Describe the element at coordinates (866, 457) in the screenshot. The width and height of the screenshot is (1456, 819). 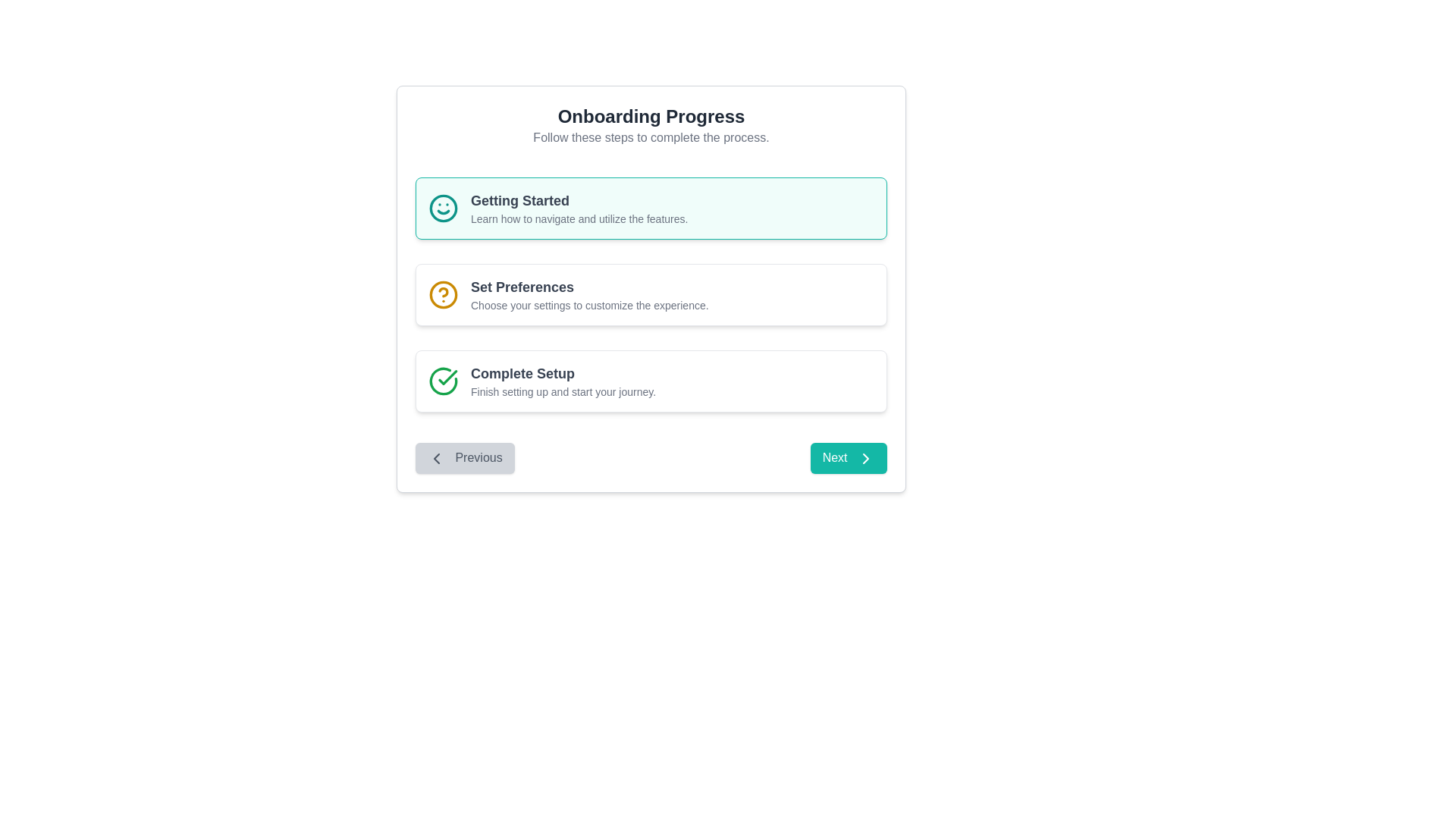
I see `the functionality of the rightward chevron icon located within the 'Next' button, which is aligned to the right of the text 'Next' in the onboarding dialog` at that location.